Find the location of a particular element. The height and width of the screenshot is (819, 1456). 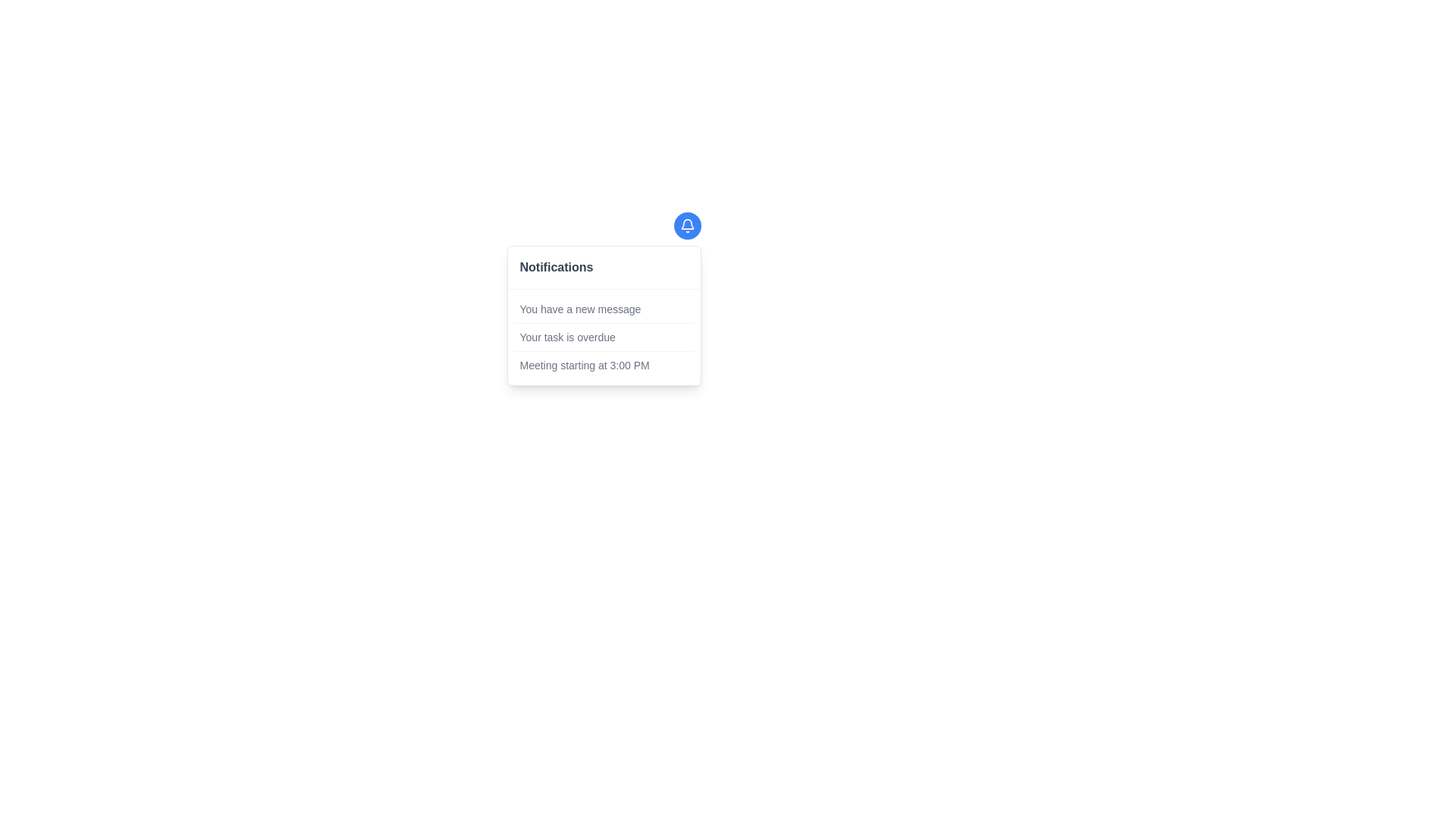

text from the notification count message located in the top section of the notification dropdown panel, specifically the first notification message in the list is located at coordinates (579, 309).